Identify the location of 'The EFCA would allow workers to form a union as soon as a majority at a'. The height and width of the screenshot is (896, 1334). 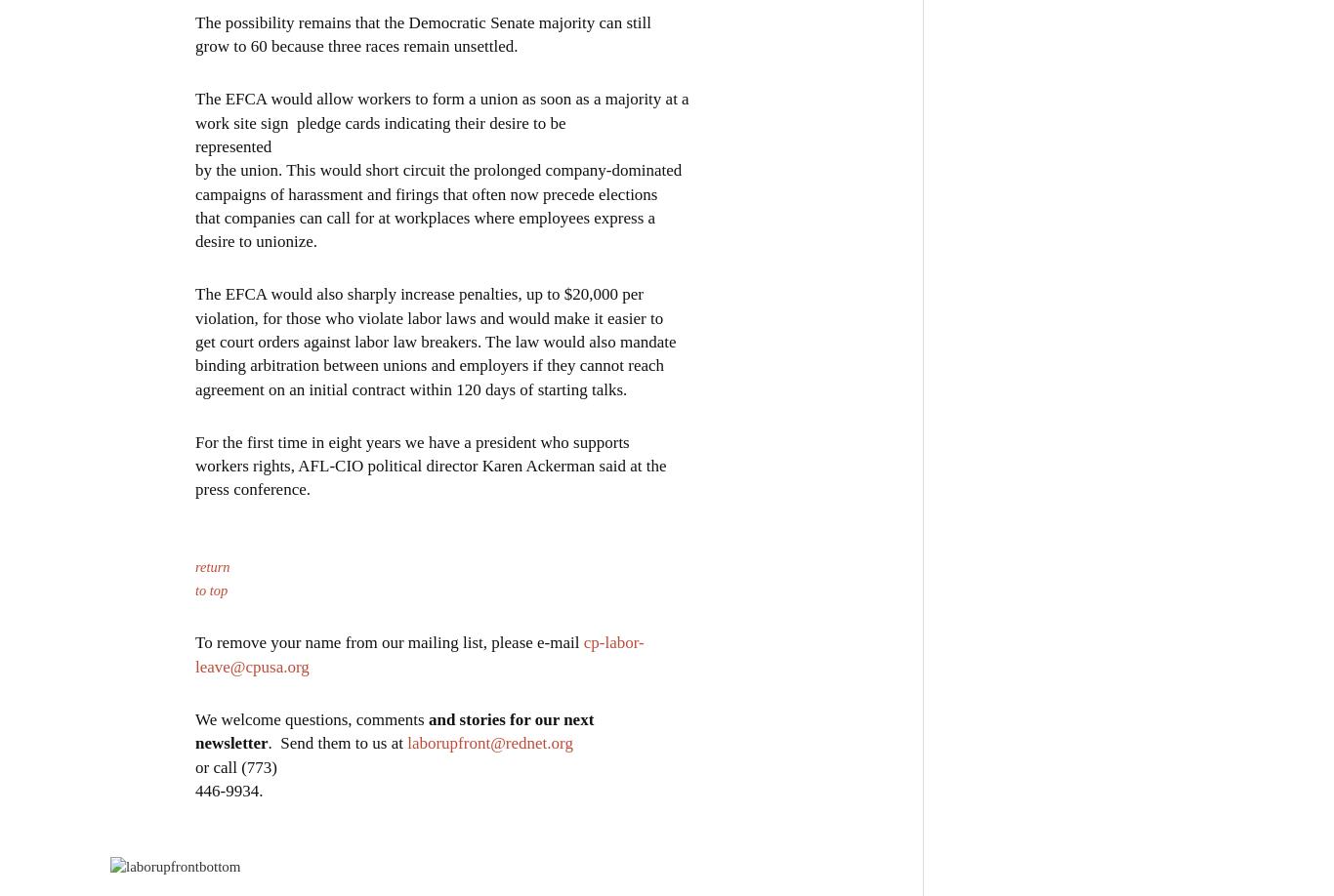
(440, 97).